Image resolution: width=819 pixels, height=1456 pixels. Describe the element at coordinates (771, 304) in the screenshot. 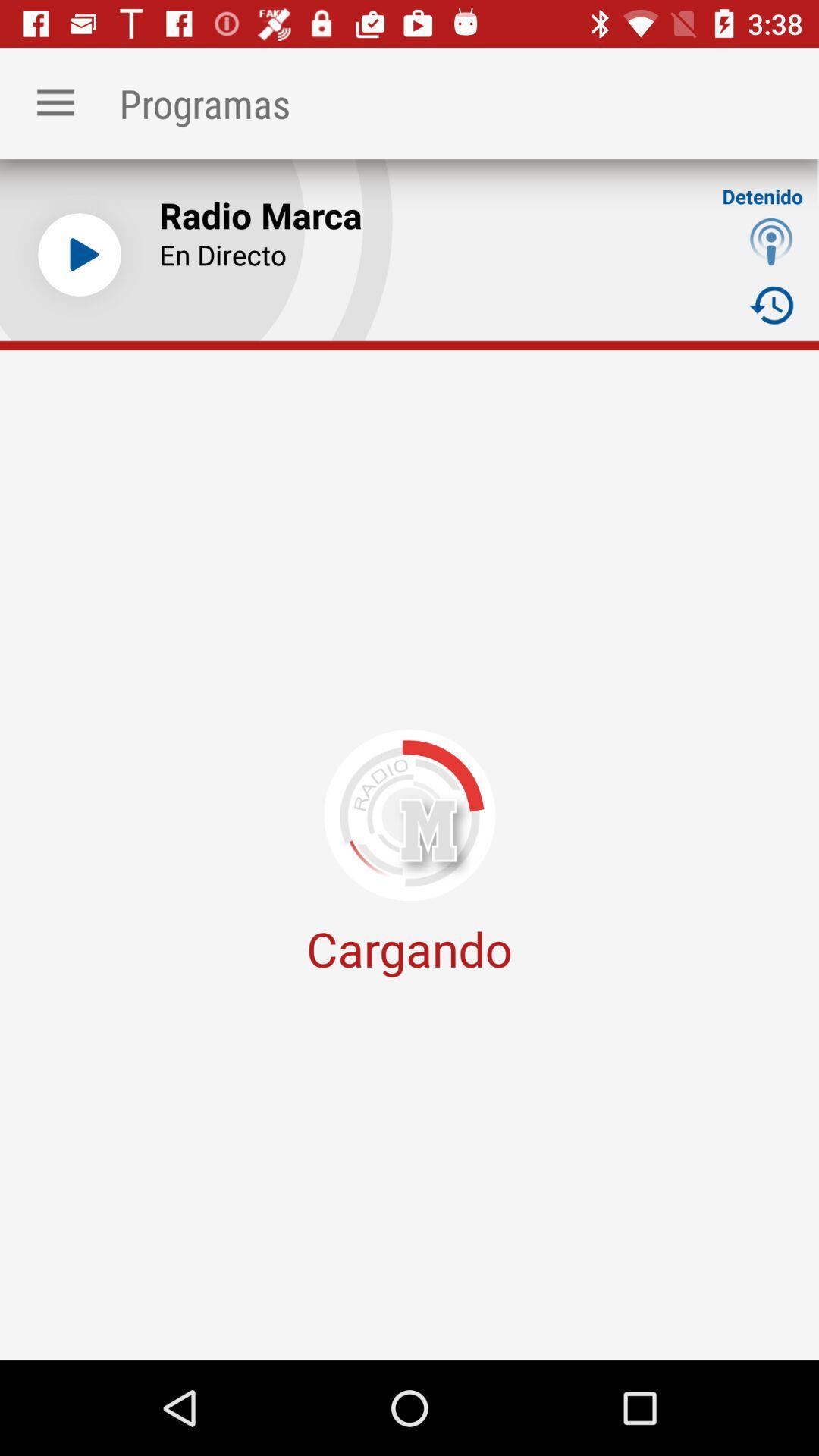

I see `the history icon` at that location.